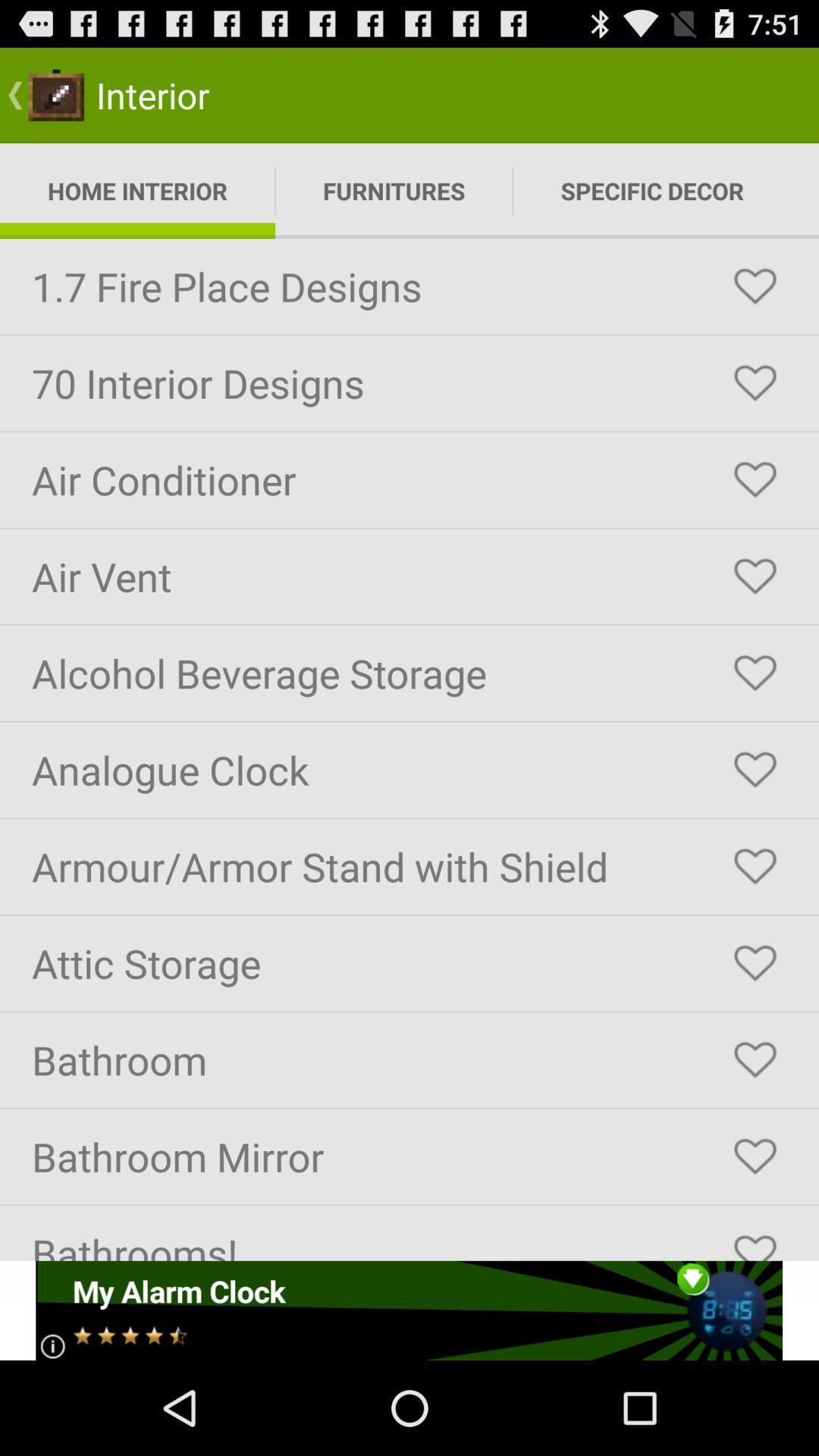 The image size is (819, 1456). What do you see at coordinates (755, 770) in the screenshot?
I see `to favorite` at bounding box center [755, 770].